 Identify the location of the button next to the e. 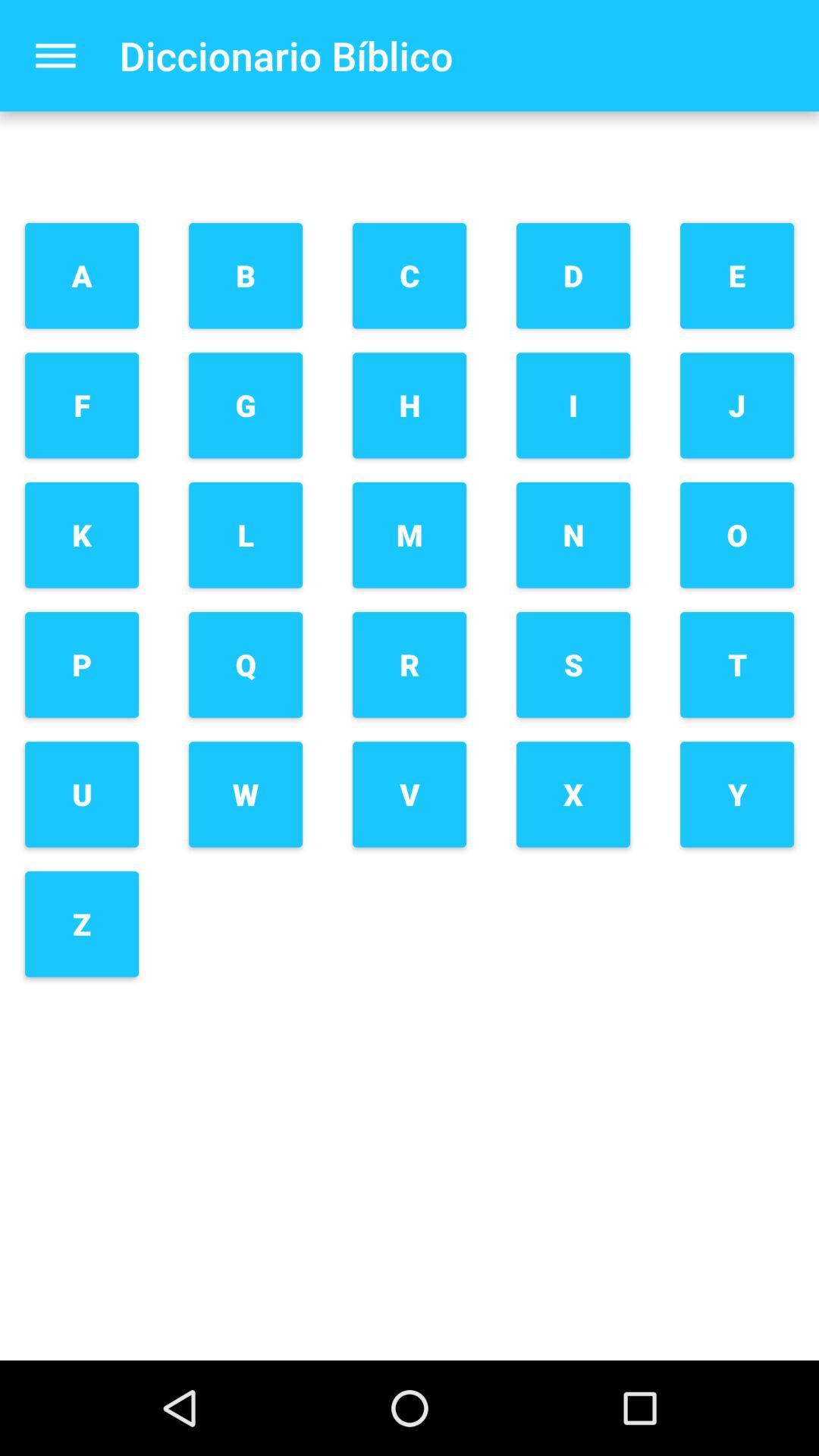
(573, 275).